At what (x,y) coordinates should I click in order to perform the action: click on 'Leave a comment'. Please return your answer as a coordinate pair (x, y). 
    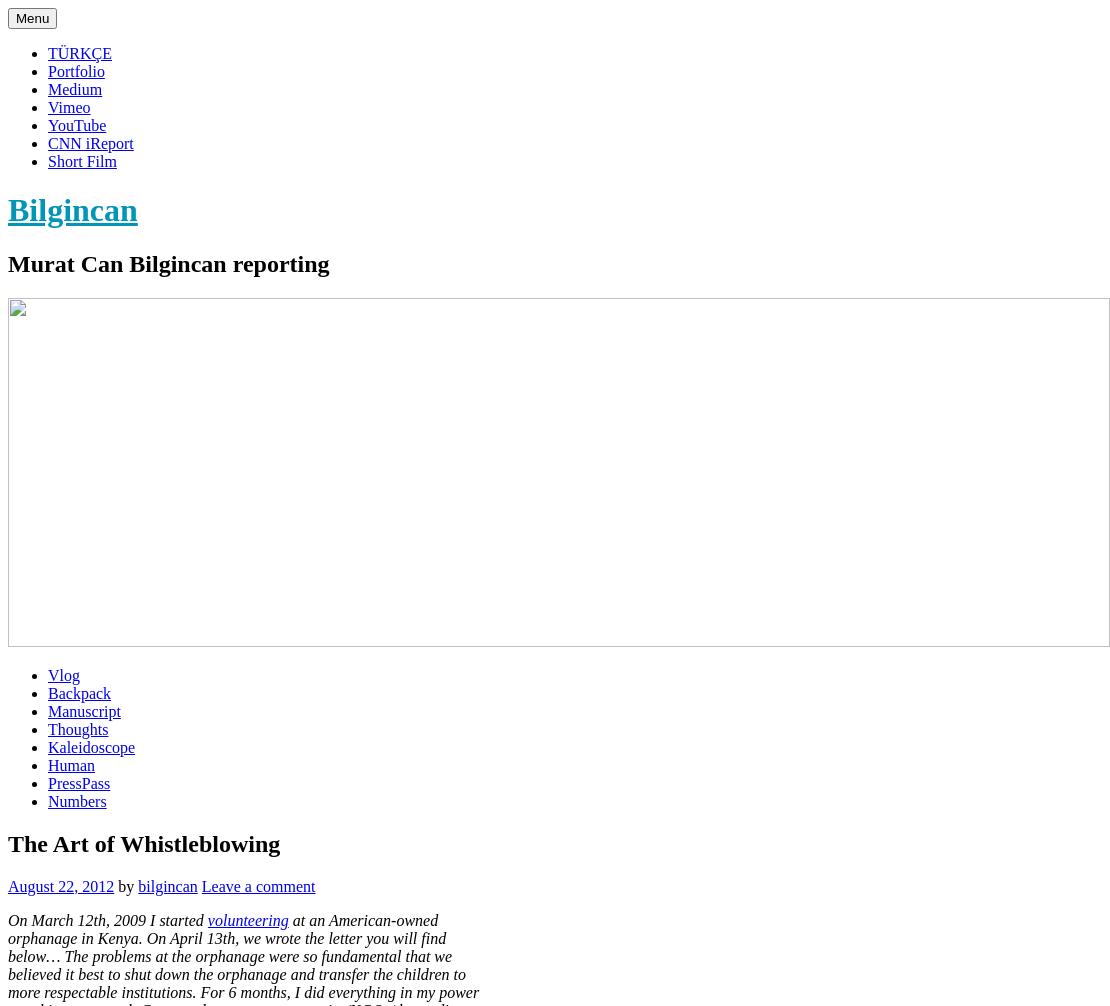
    Looking at the image, I should click on (257, 884).